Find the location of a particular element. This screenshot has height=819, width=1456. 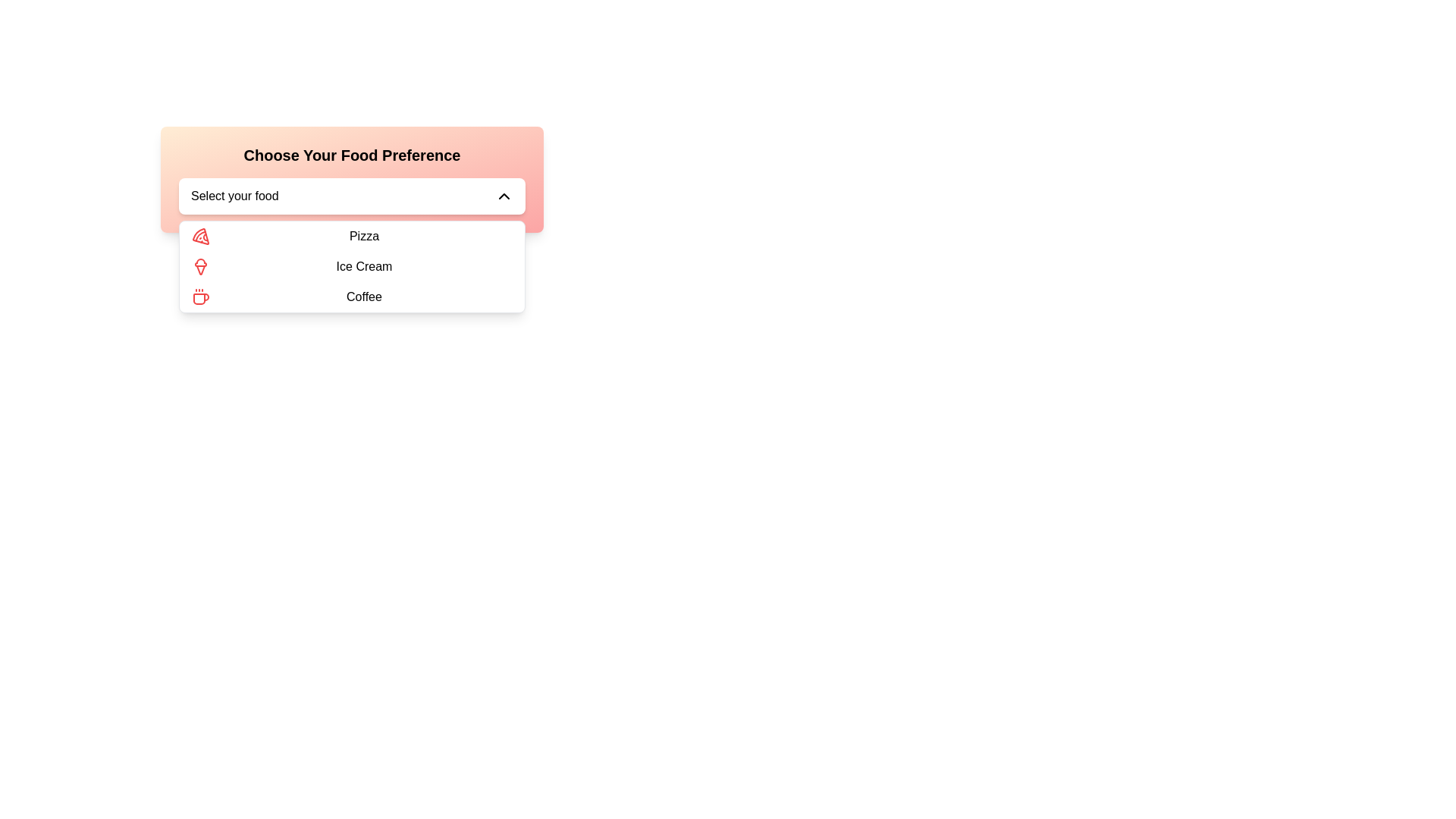

the graphical details of the red ice cream cone icon located on the left side of the 'Ice Cream' menu item in the dropdown list is located at coordinates (199, 265).